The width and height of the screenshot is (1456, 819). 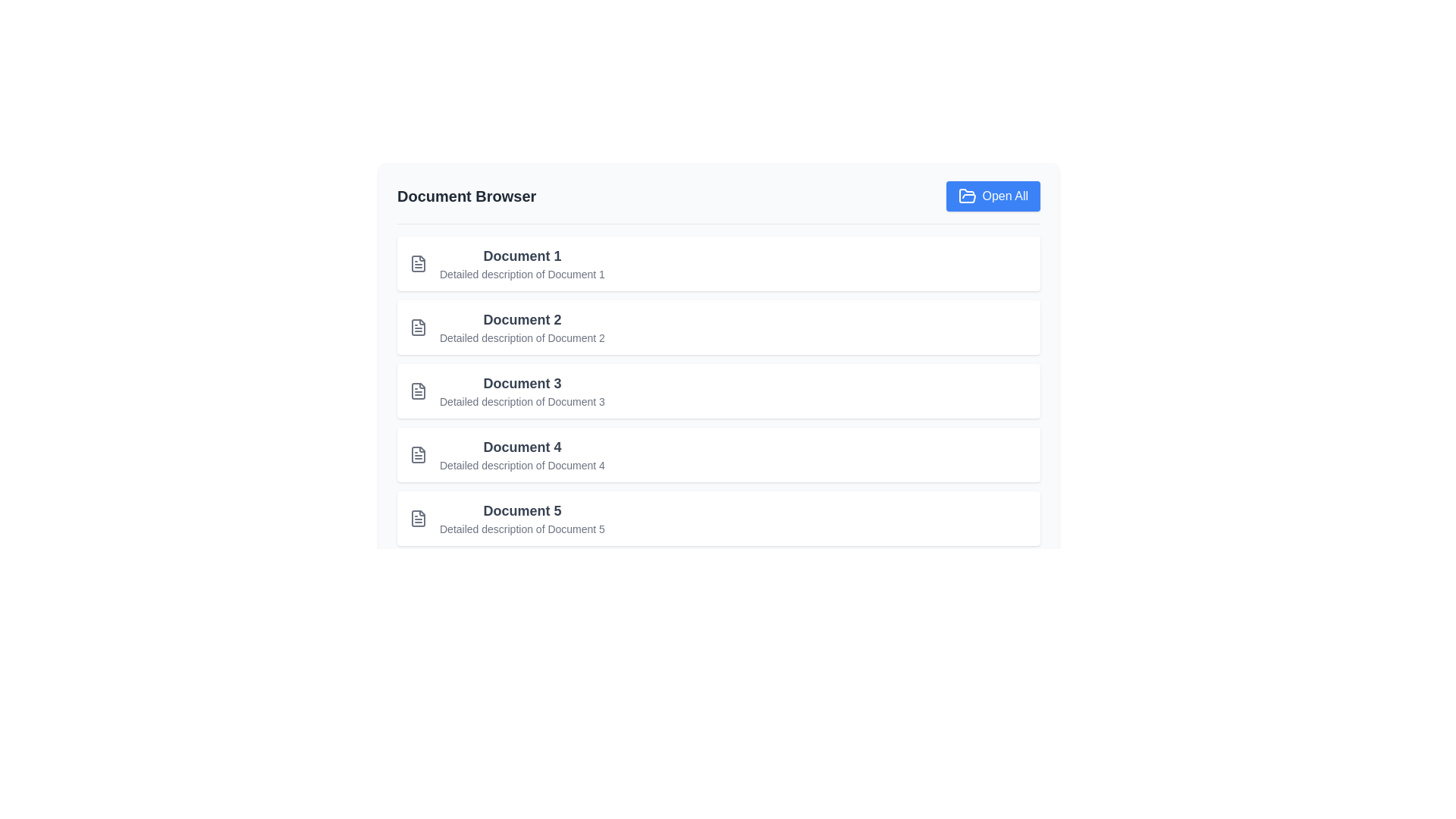 I want to click on the text label displaying 'Document 2', which is a bold, larger font, dark gray colored heading in the second list item of a document browser interface, so click(x=522, y=318).